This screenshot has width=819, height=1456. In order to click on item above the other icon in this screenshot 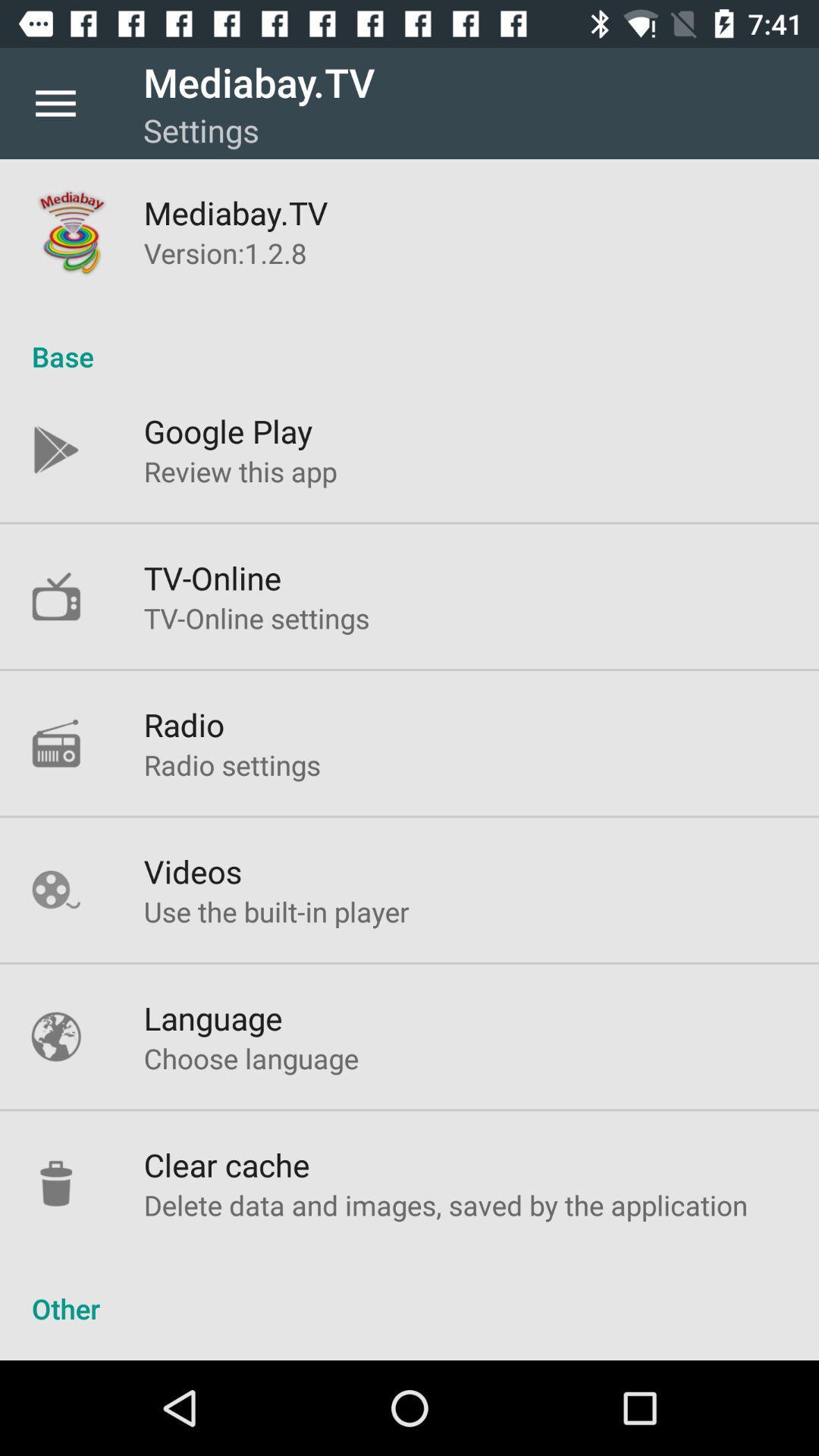, I will do `click(444, 1204)`.